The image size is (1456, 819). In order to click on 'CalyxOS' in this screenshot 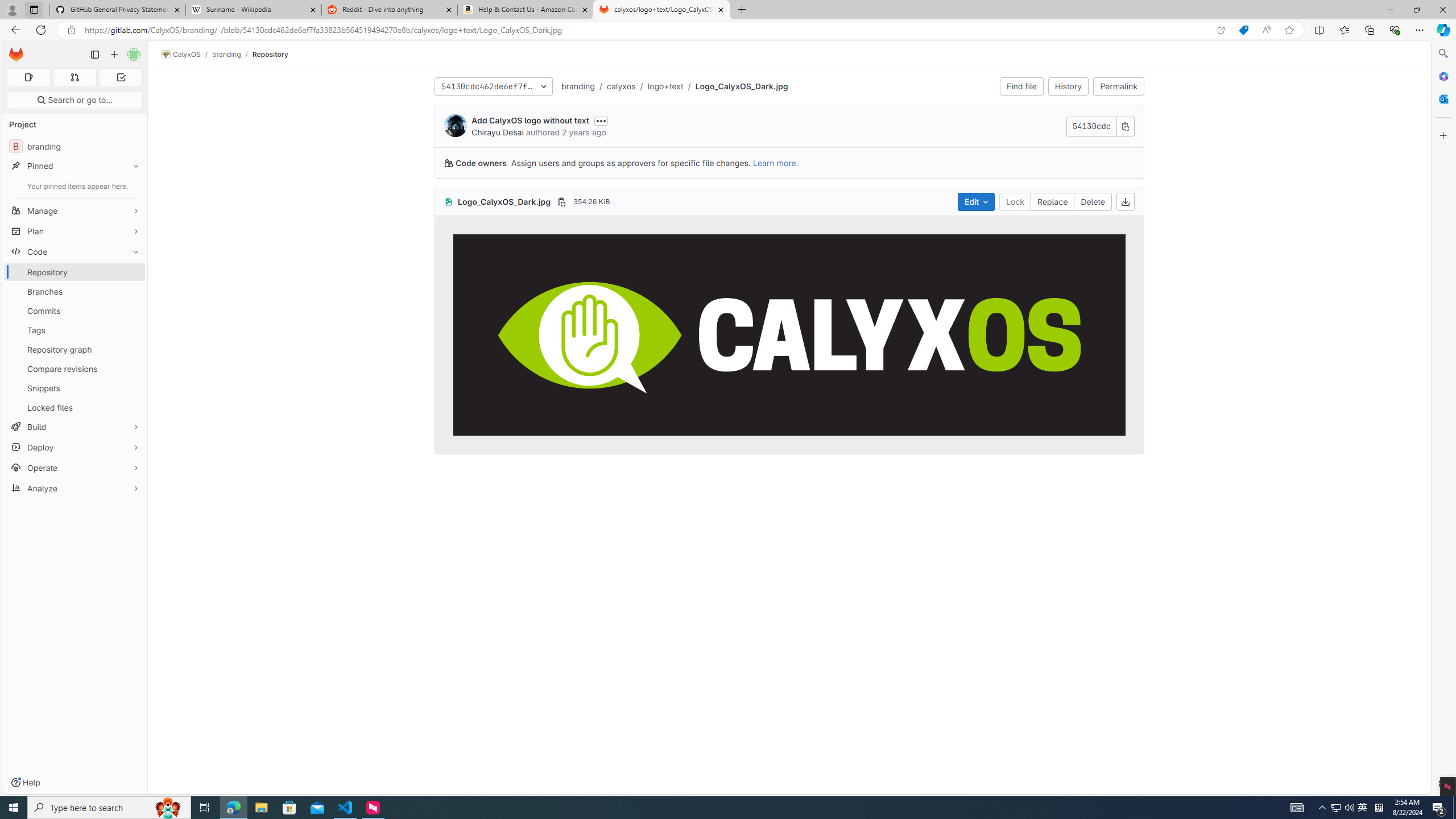, I will do `click(180, 54)`.